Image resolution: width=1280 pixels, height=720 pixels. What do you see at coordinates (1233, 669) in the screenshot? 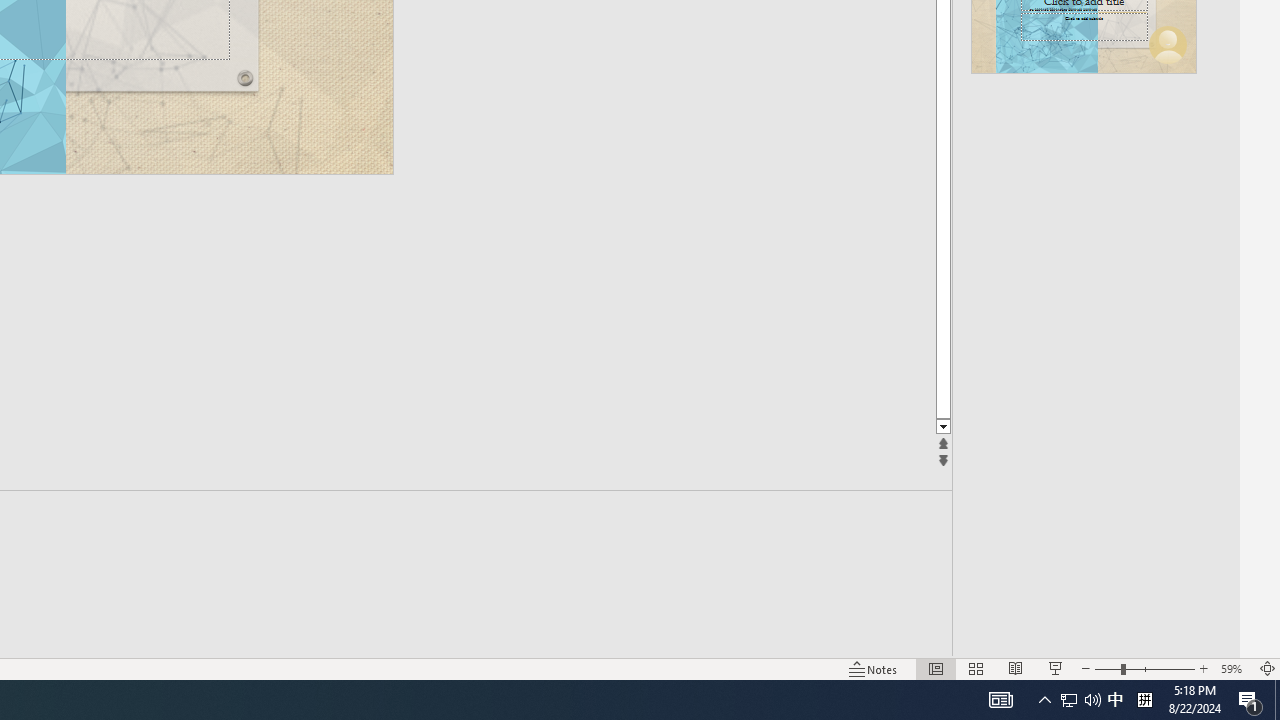
I see `'Zoom 59%'` at bounding box center [1233, 669].